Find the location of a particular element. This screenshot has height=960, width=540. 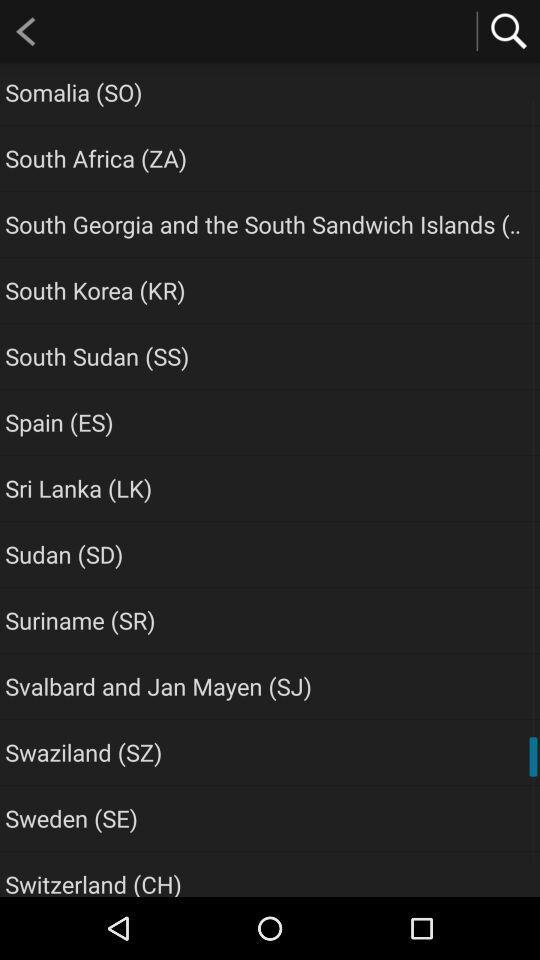

the spain (es) app is located at coordinates (59, 422).